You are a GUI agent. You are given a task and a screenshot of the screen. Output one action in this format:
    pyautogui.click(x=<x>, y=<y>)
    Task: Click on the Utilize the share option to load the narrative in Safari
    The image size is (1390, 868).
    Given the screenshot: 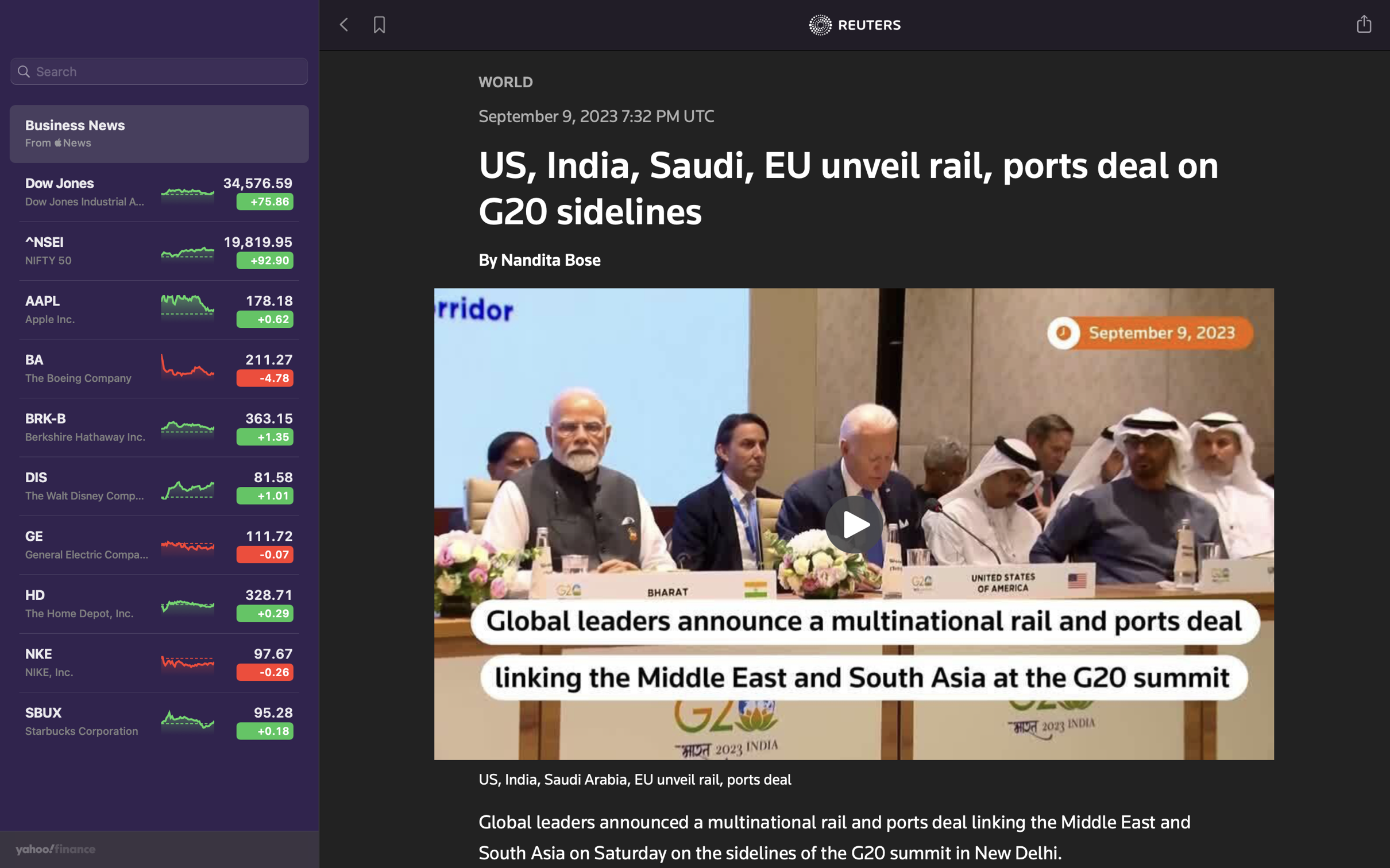 What is the action you would take?
    pyautogui.click(x=1365, y=22)
    